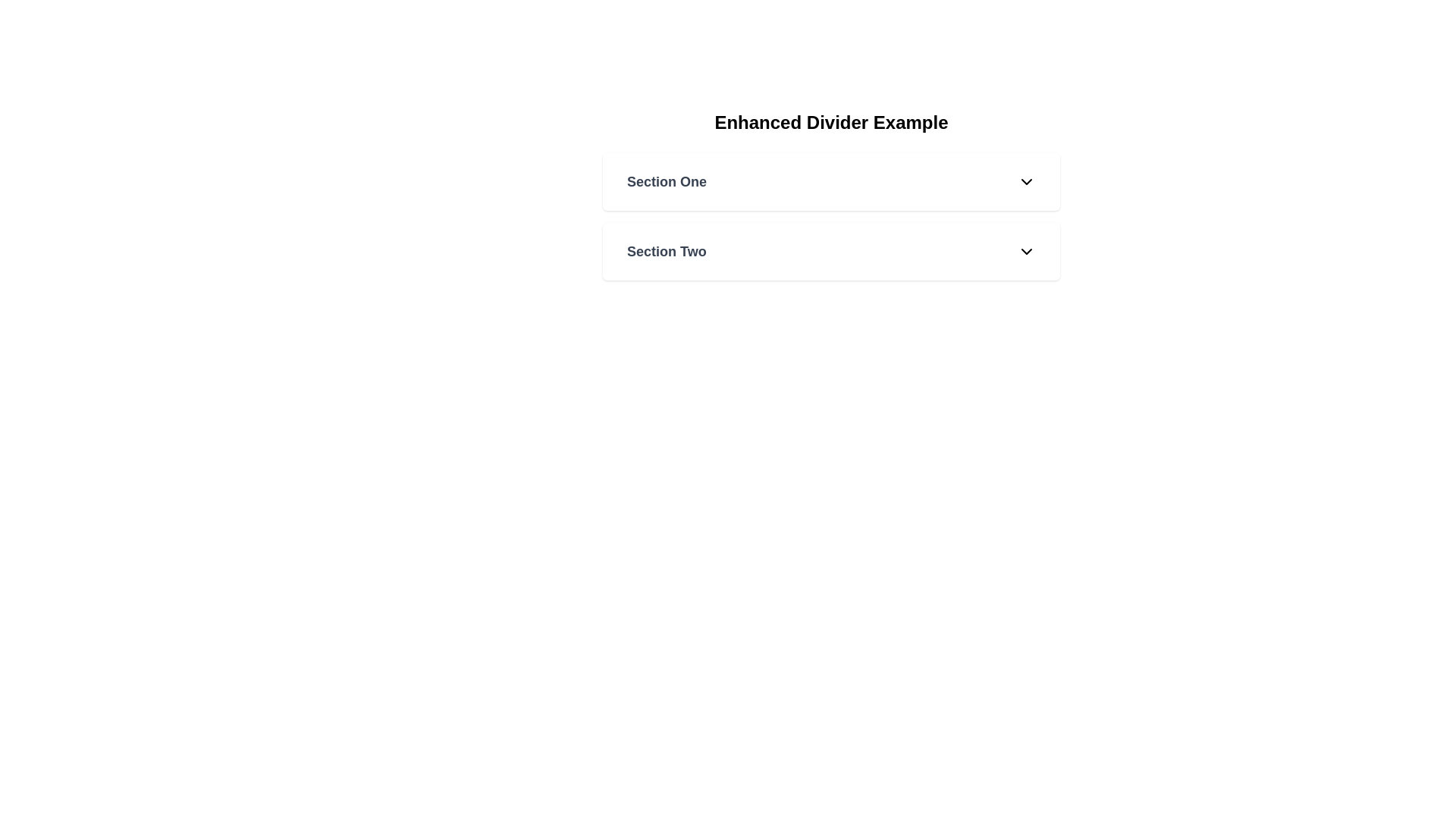 The width and height of the screenshot is (1456, 819). Describe the element at coordinates (1026, 250) in the screenshot. I see `the downward pointing arrow icon, which is styled with a black stroke and located to the right of the 'Section Two' label` at that location.